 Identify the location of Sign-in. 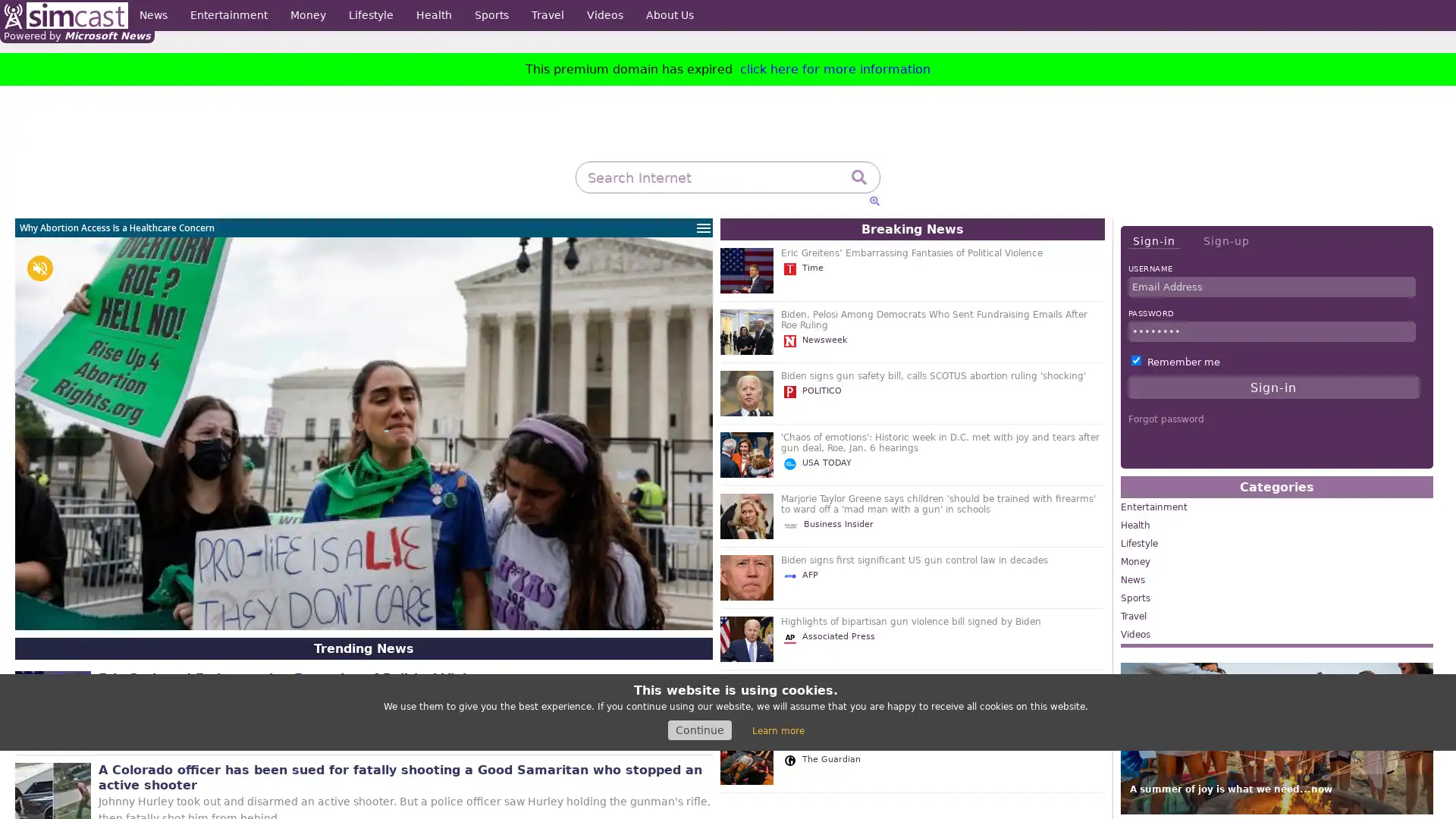
(1273, 386).